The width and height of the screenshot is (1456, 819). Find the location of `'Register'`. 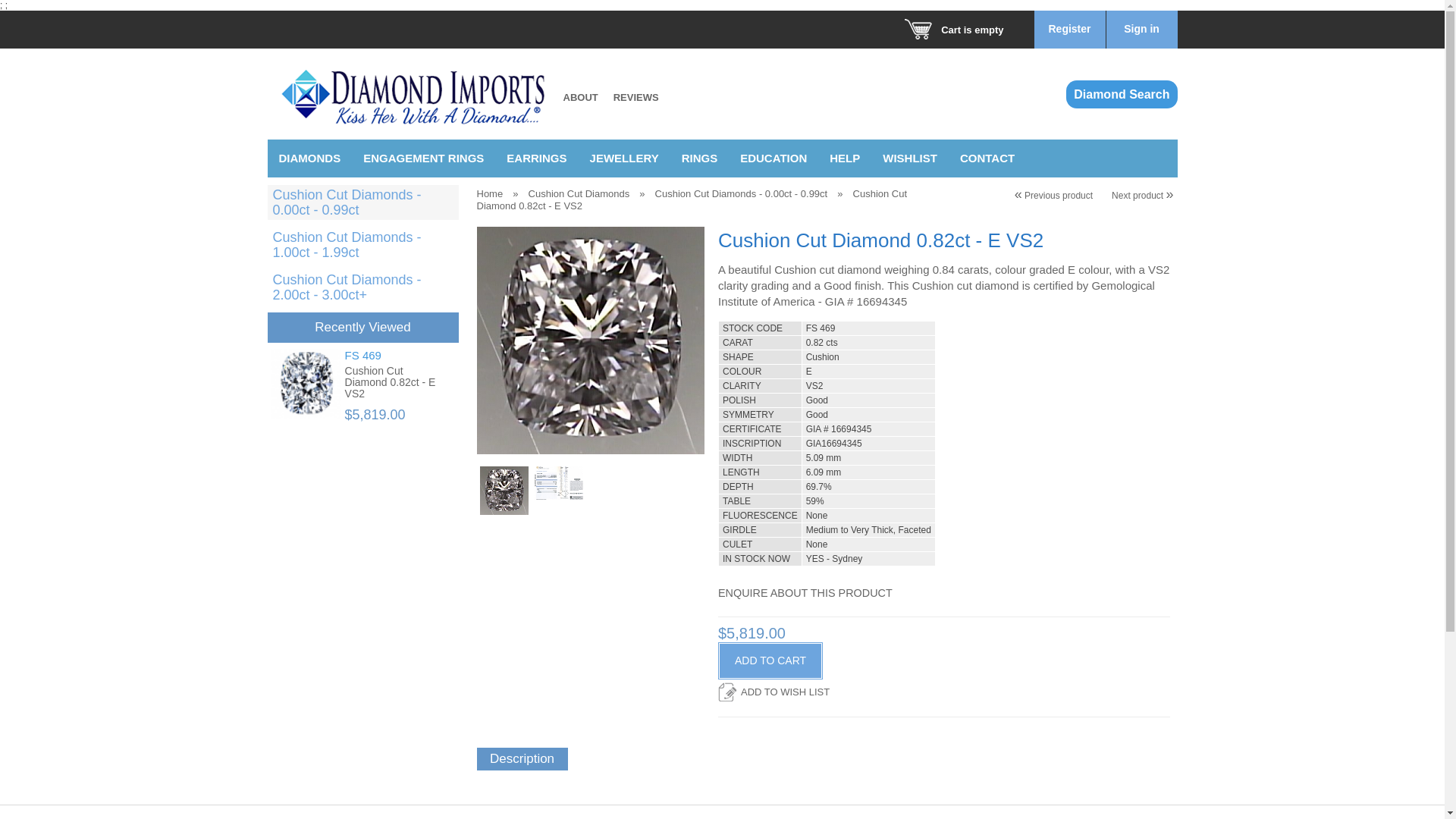

'Register' is located at coordinates (1047, 29).